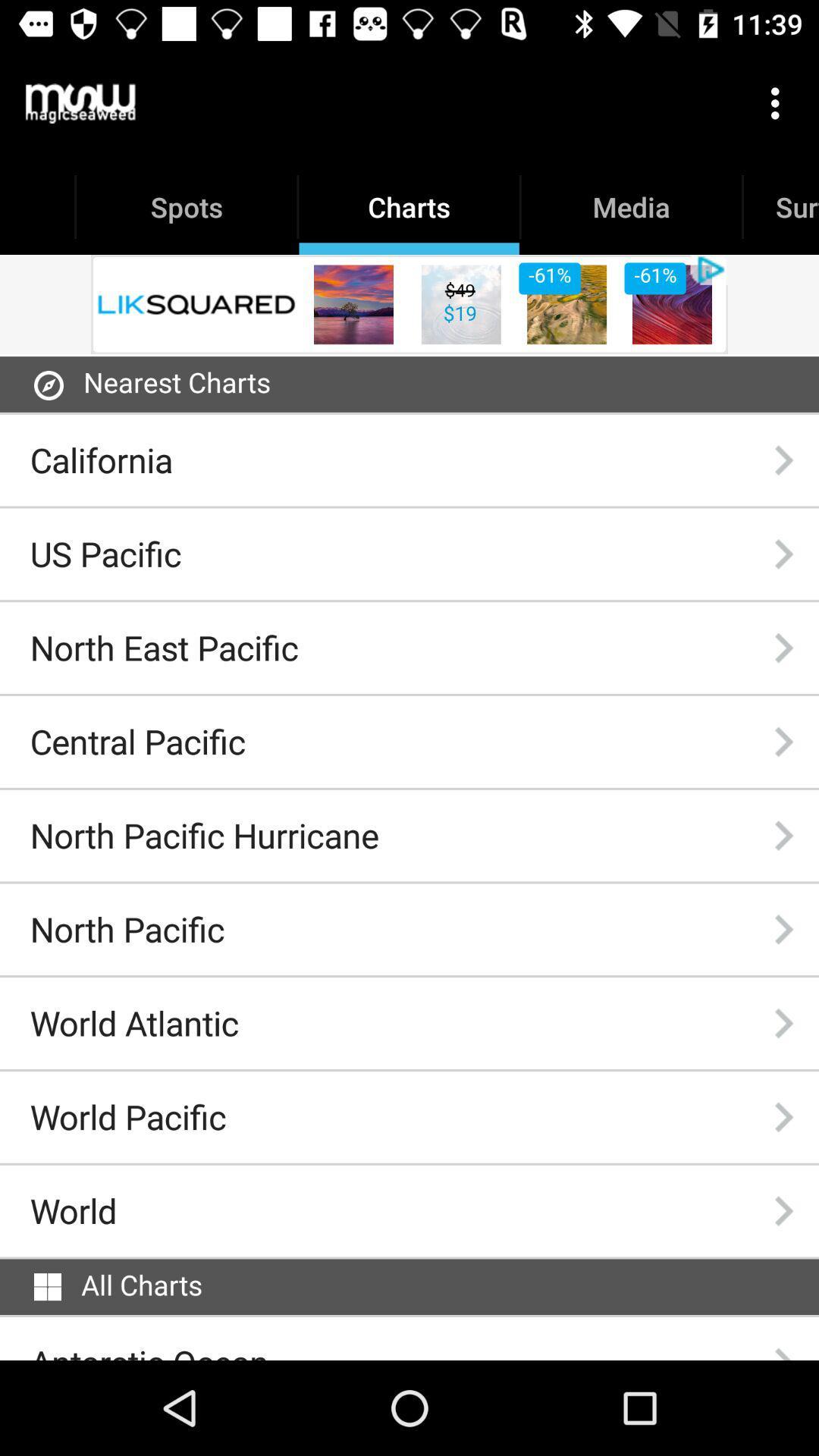 The image size is (819, 1456). What do you see at coordinates (783, 1210) in the screenshot?
I see `the icon to the right of the world icon` at bounding box center [783, 1210].